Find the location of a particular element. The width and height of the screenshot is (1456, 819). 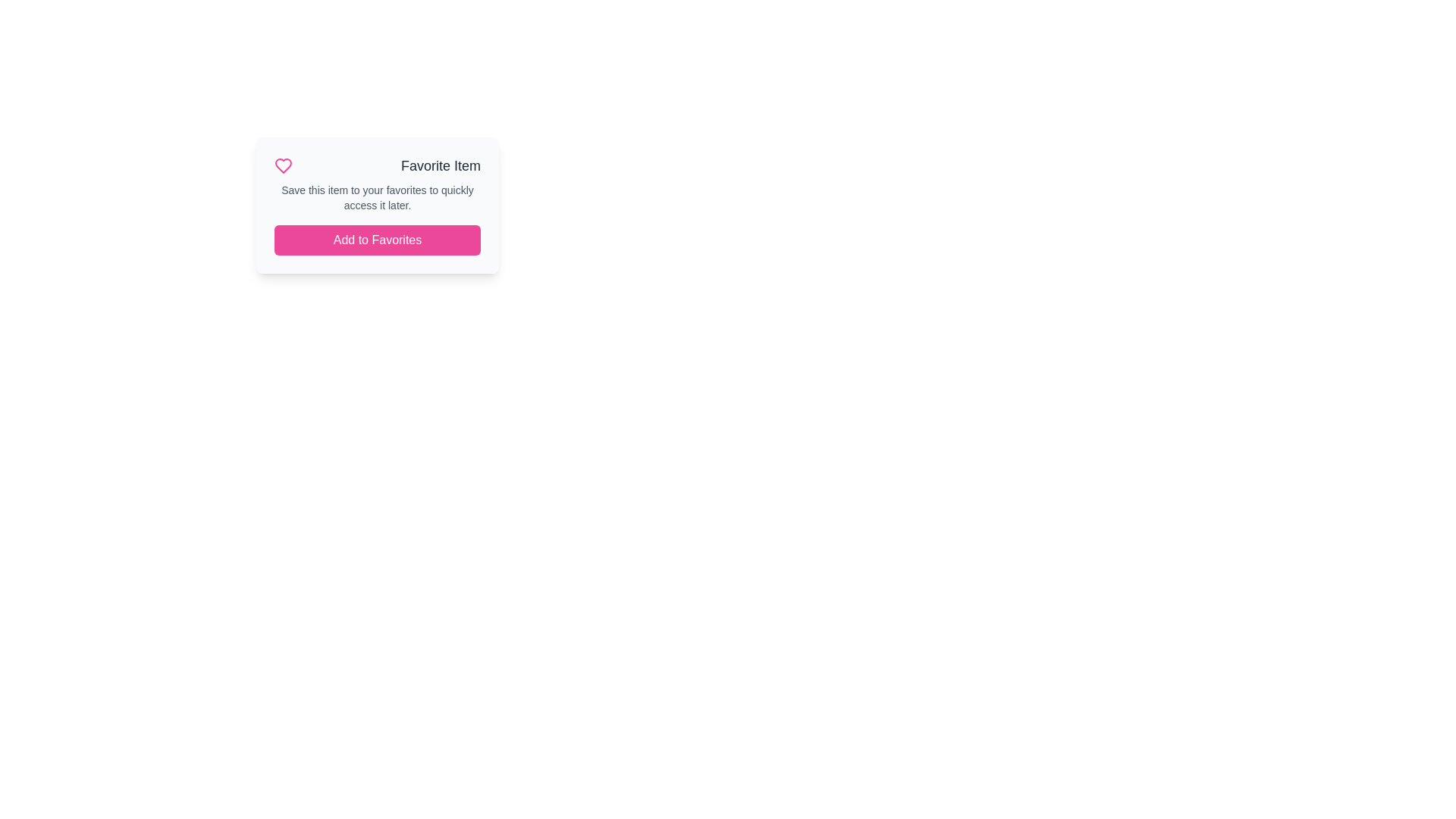

the Guidance Text element located below the 'Favorite Item' heading and above the 'Add to Favorites' button is located at coordinates (378, 197).